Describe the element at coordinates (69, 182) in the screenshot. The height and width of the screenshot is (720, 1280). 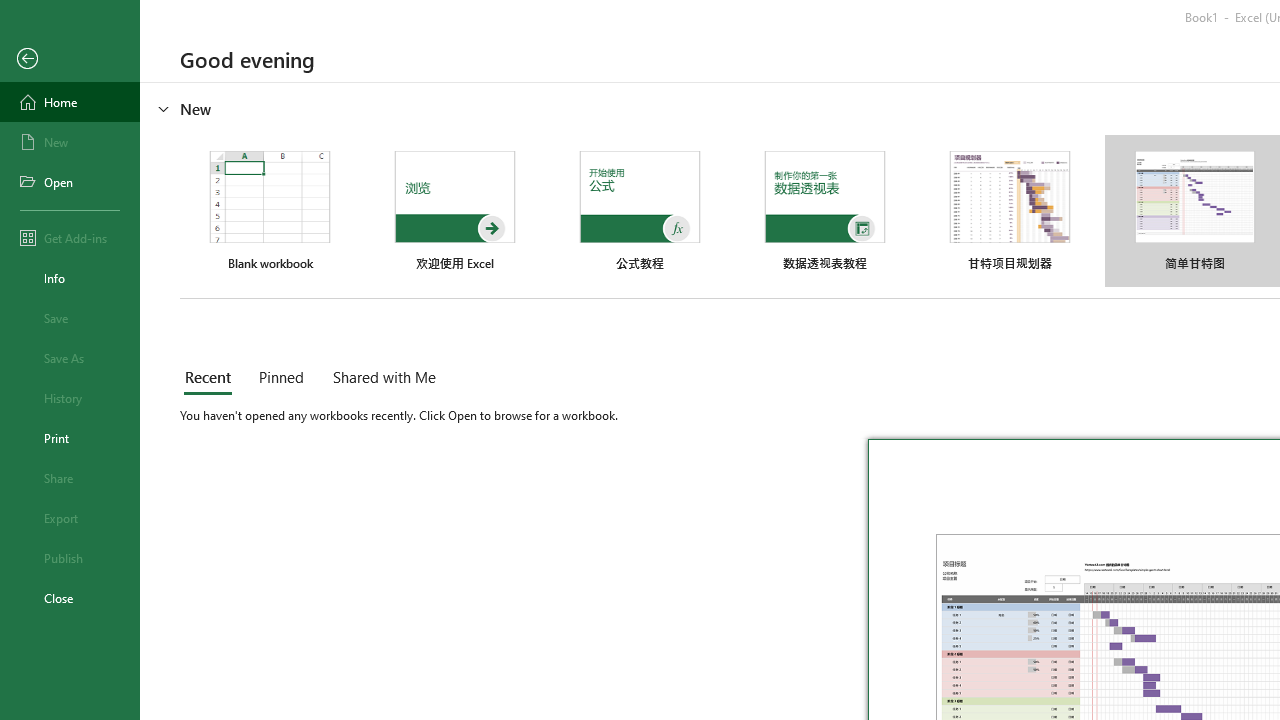
I see `'Open'` at that location.